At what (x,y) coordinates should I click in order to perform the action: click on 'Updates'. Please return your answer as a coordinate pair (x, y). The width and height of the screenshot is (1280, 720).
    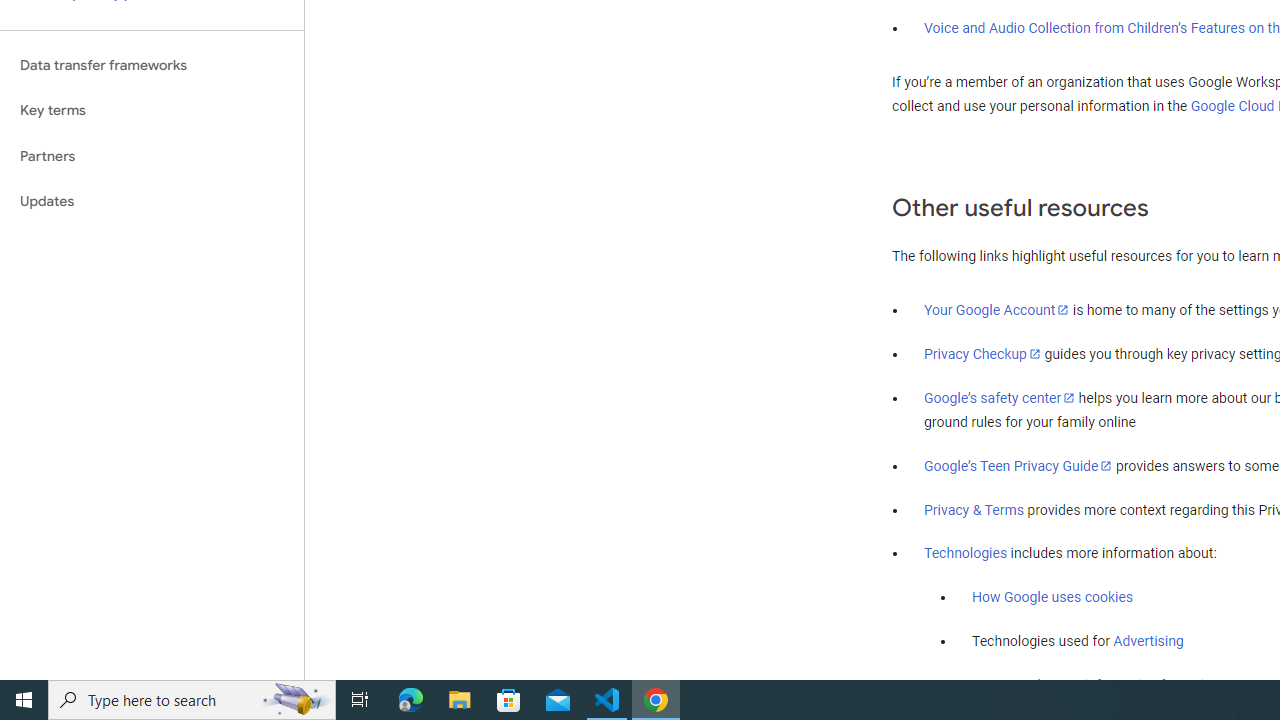
    Looking at the image, I should click on (151, 201).